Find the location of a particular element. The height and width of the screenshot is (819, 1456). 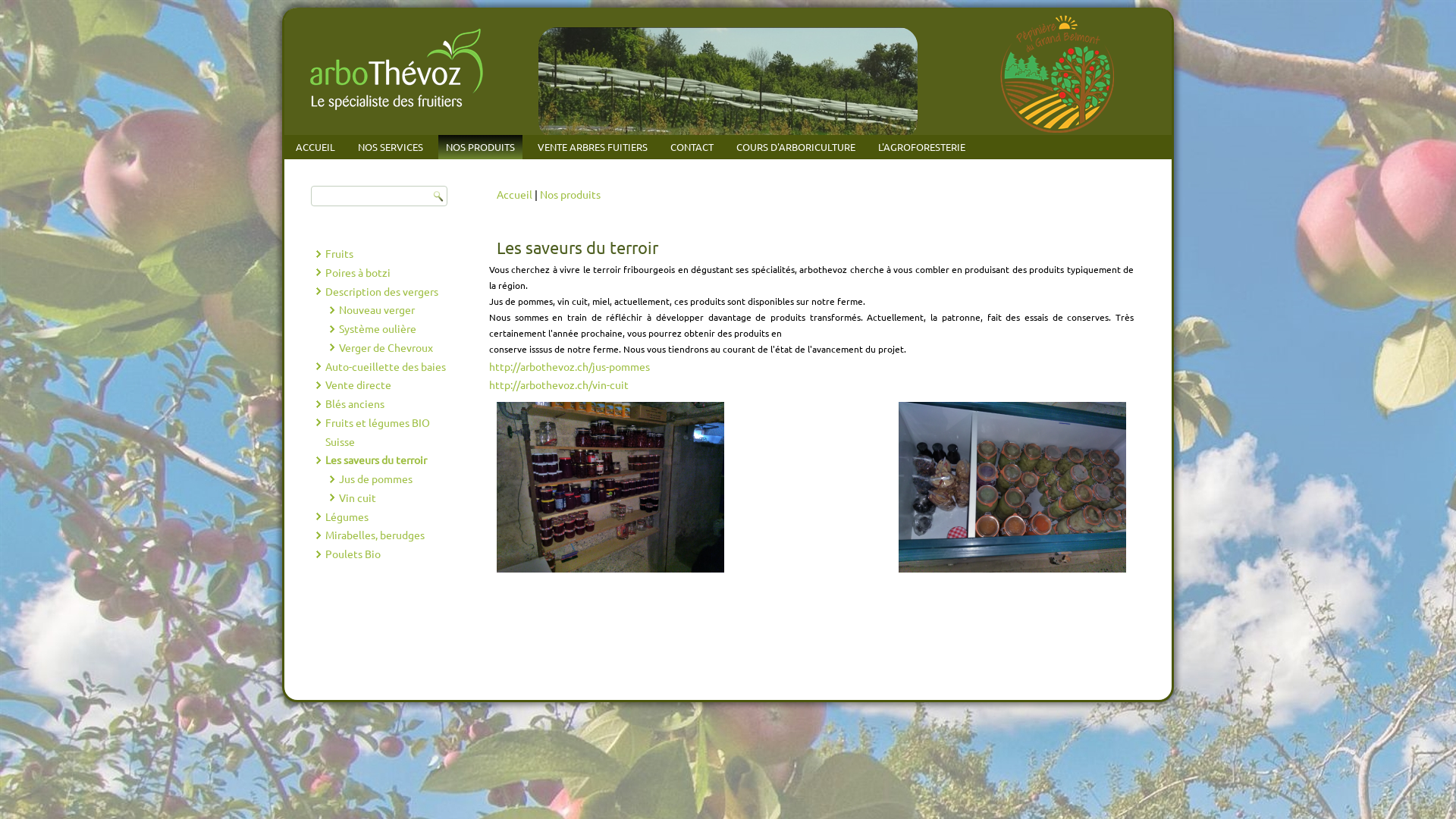

'Poulets Bio' is located at coordinates (351, 553).